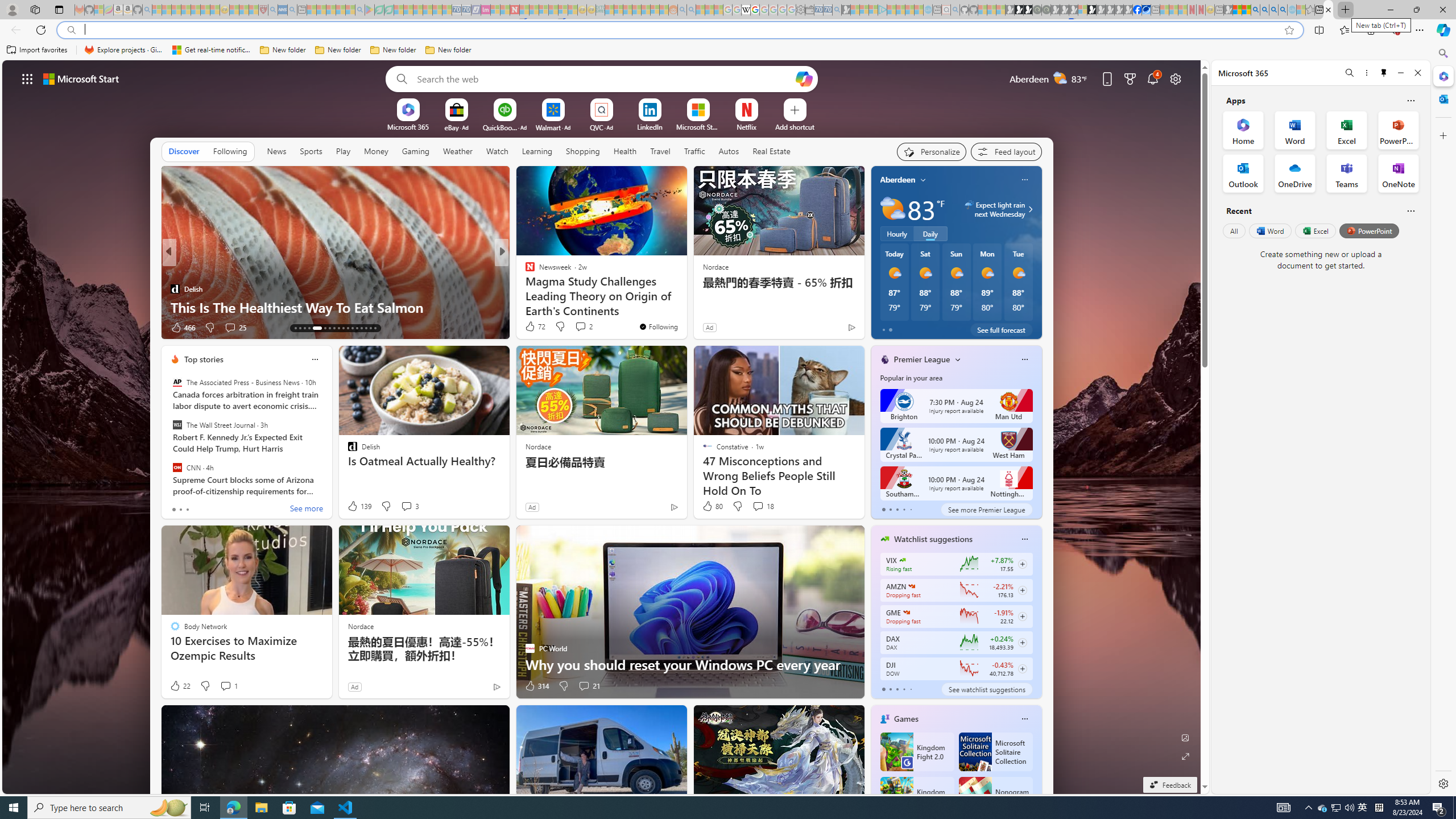  Describe the element at coordinates (71, 30) in the screenshot. I see `'Search icon'` at that location.